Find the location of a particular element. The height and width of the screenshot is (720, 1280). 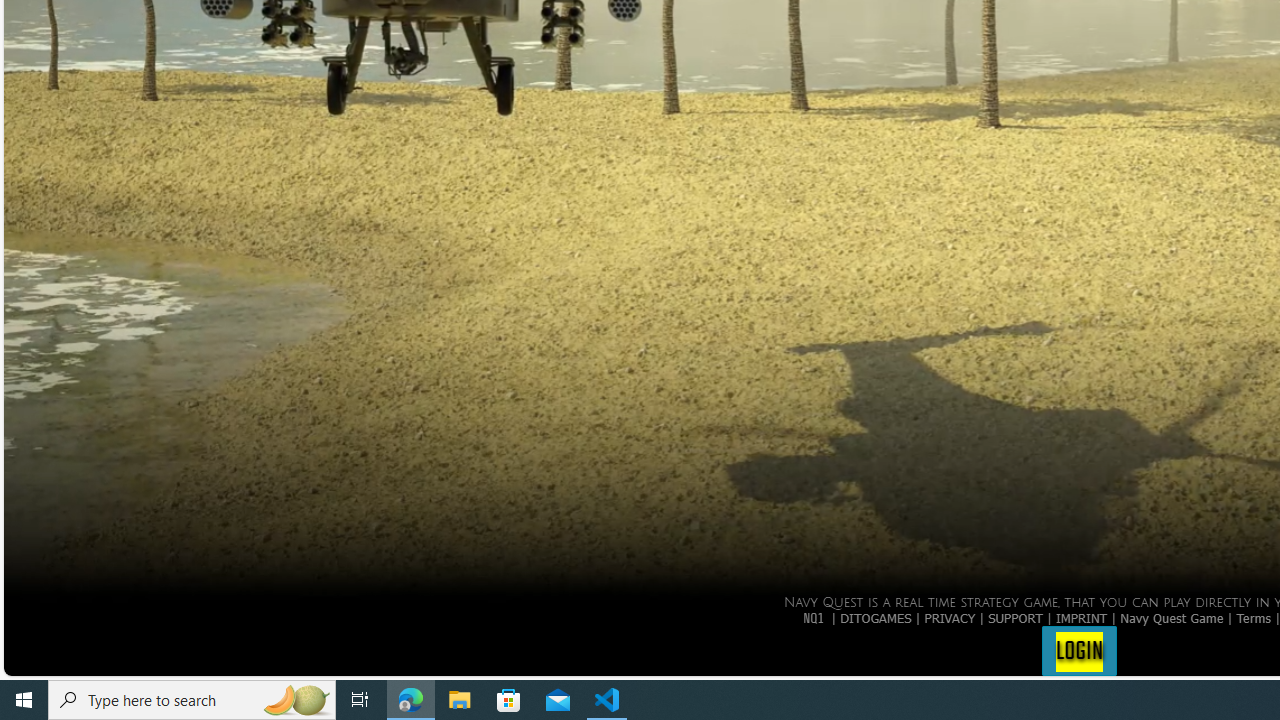

'Microsoft Store' is located at coordinates (509, 698).